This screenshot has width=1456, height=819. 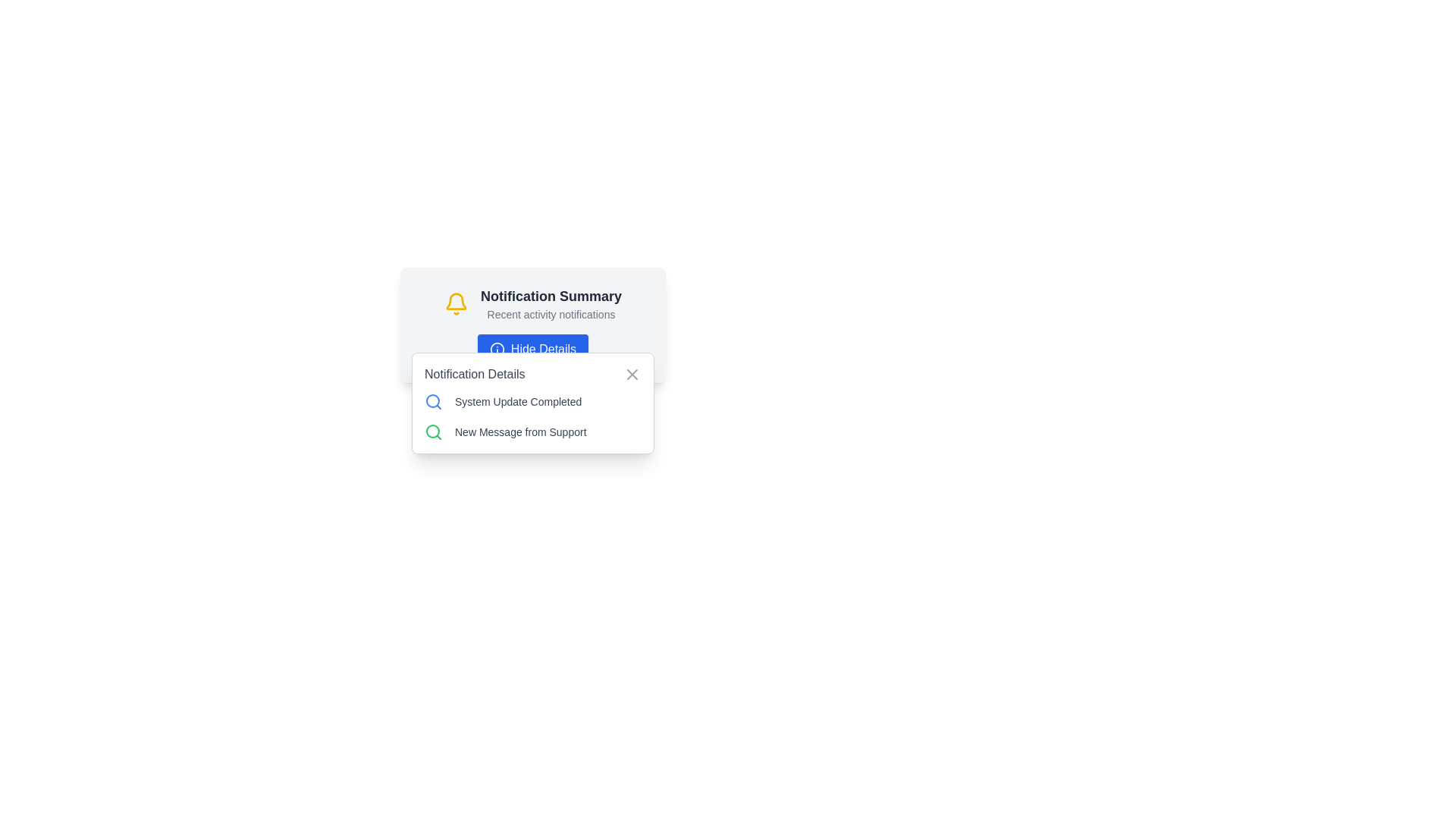 I want to click on the close button located in the top-right corner of the 'Notification Details' panel, so click(x=632, y=374).